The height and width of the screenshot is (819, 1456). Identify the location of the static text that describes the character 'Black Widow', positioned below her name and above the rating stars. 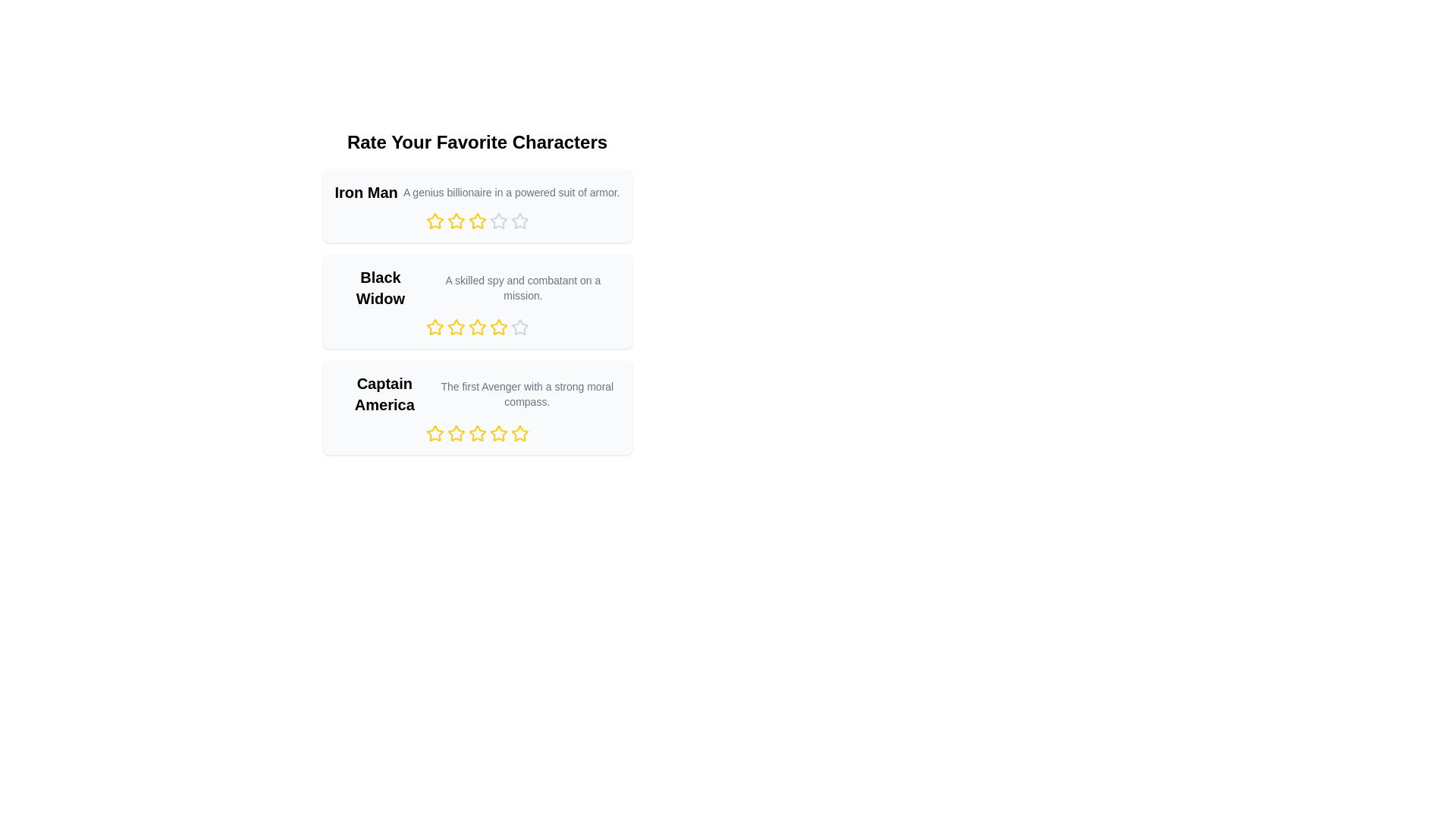
(522, 288).